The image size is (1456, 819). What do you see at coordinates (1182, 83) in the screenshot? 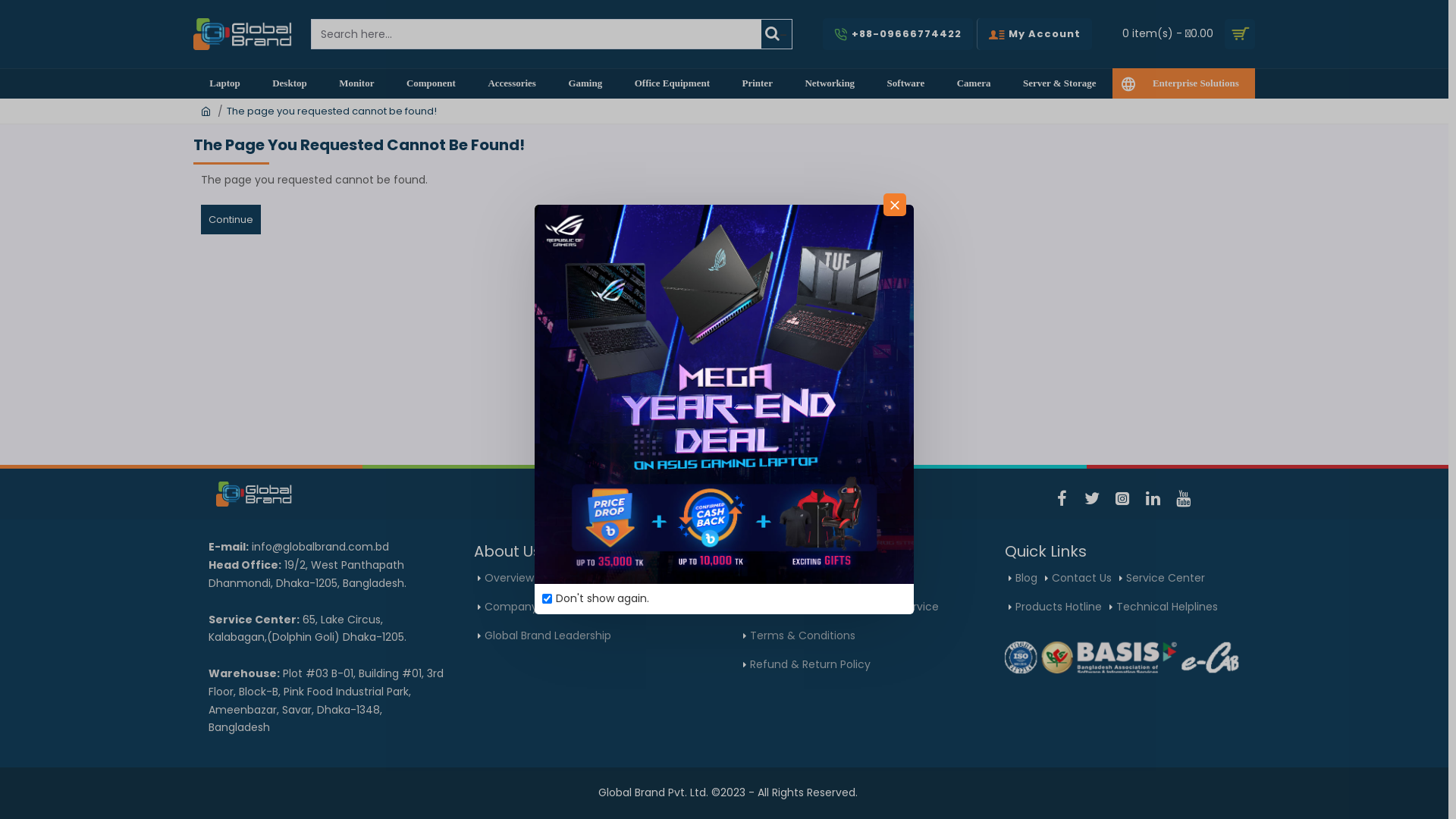
I see `'Enterprise Solutions'` at bounding box center [1182, 83].